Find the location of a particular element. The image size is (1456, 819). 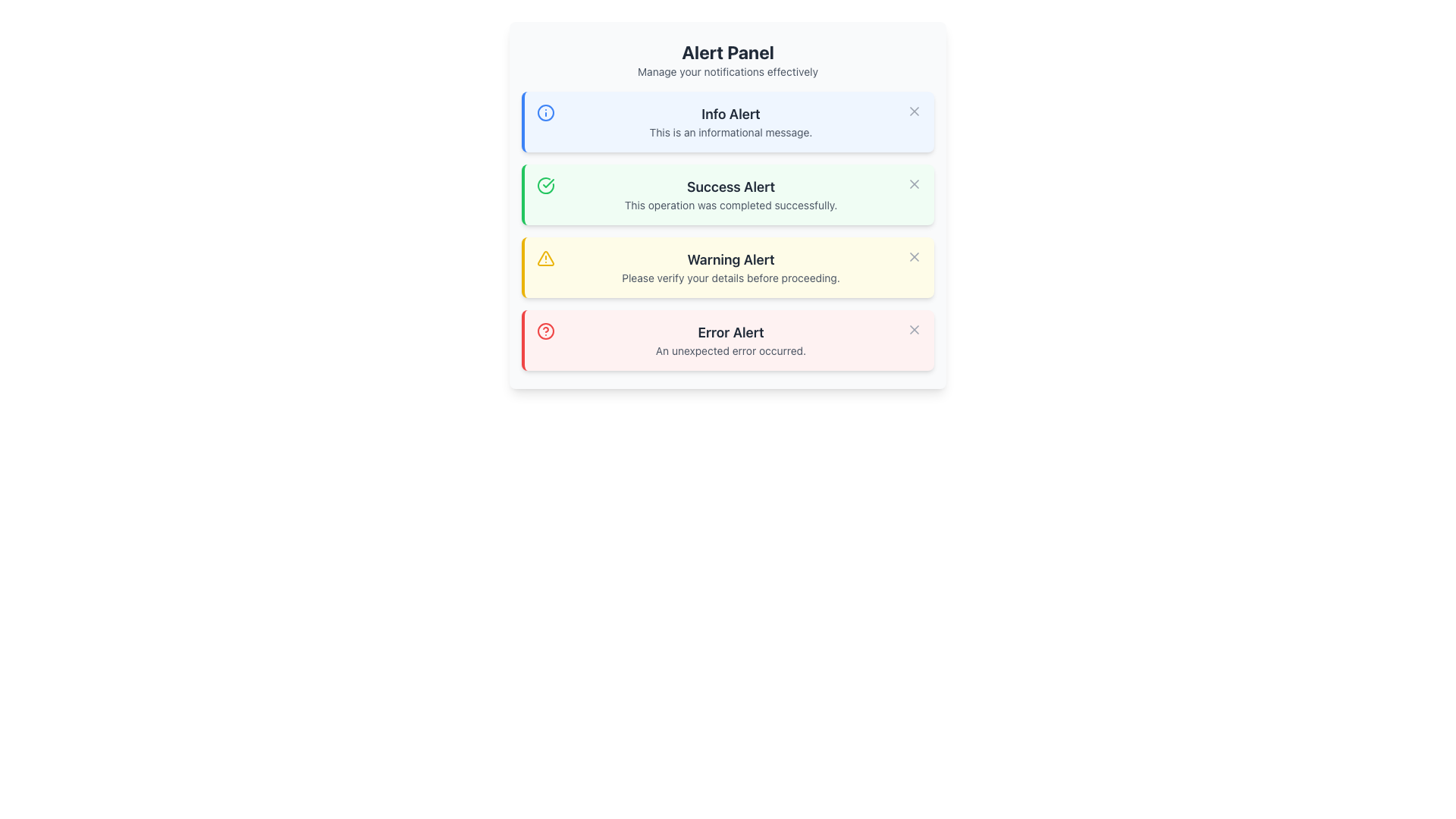

the close icon located at the top-right corner of the green 'Success Alert' box is located at coordinates (913, 184).